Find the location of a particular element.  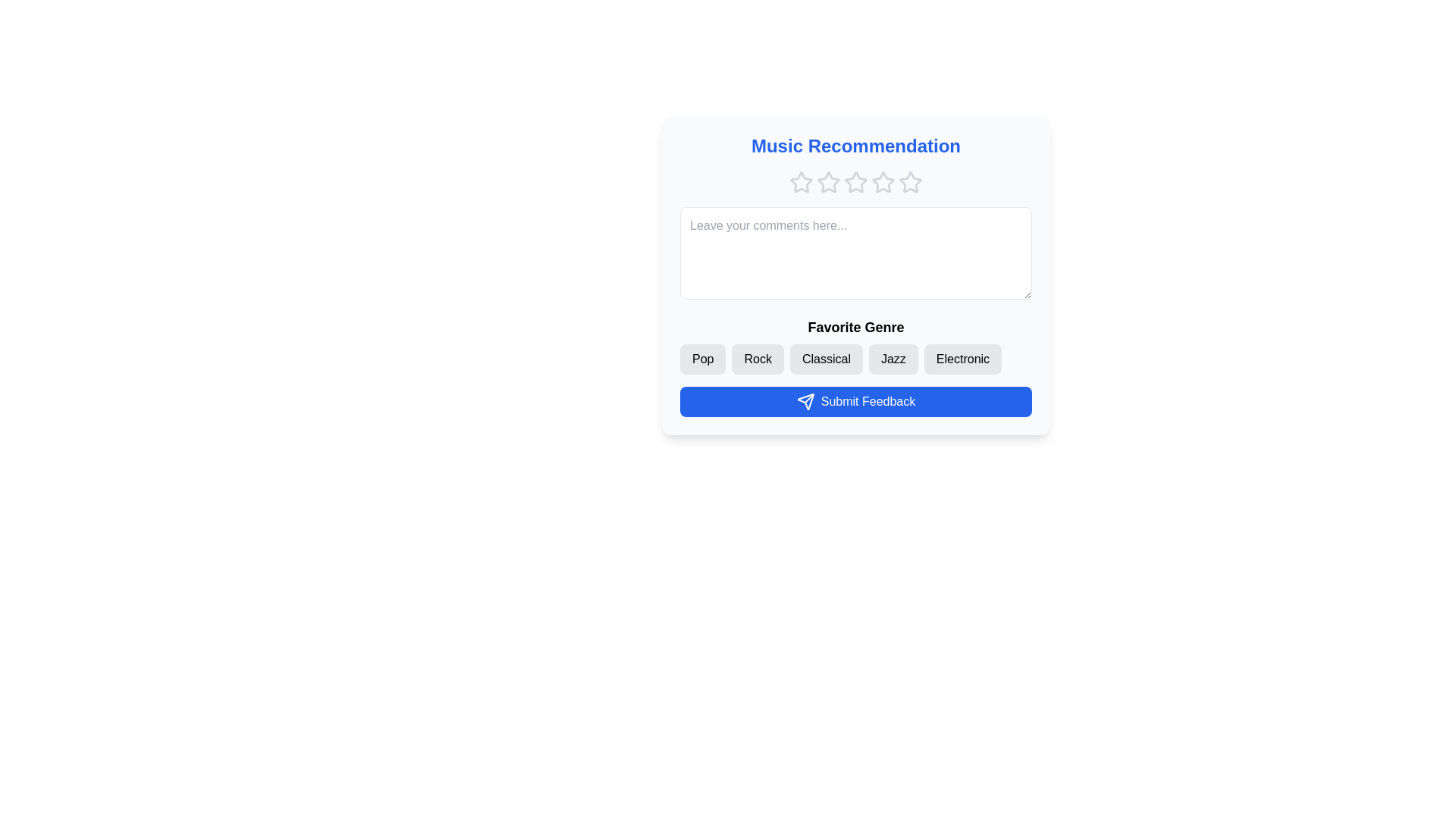

the first star icon in the 5-star rating system to rate it is located at coordinates (800, 180).